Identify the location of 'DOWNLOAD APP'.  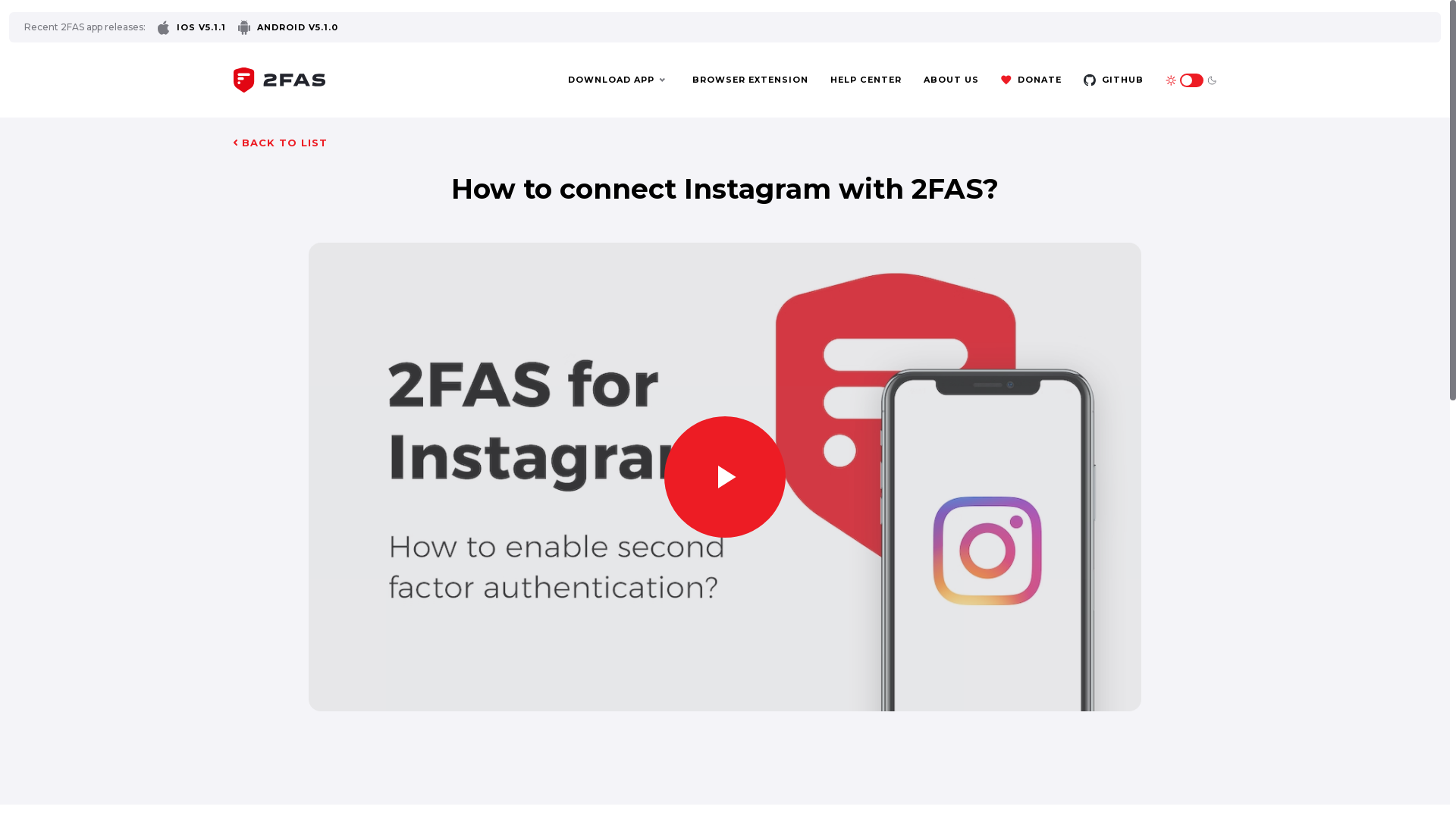
(617, 80).